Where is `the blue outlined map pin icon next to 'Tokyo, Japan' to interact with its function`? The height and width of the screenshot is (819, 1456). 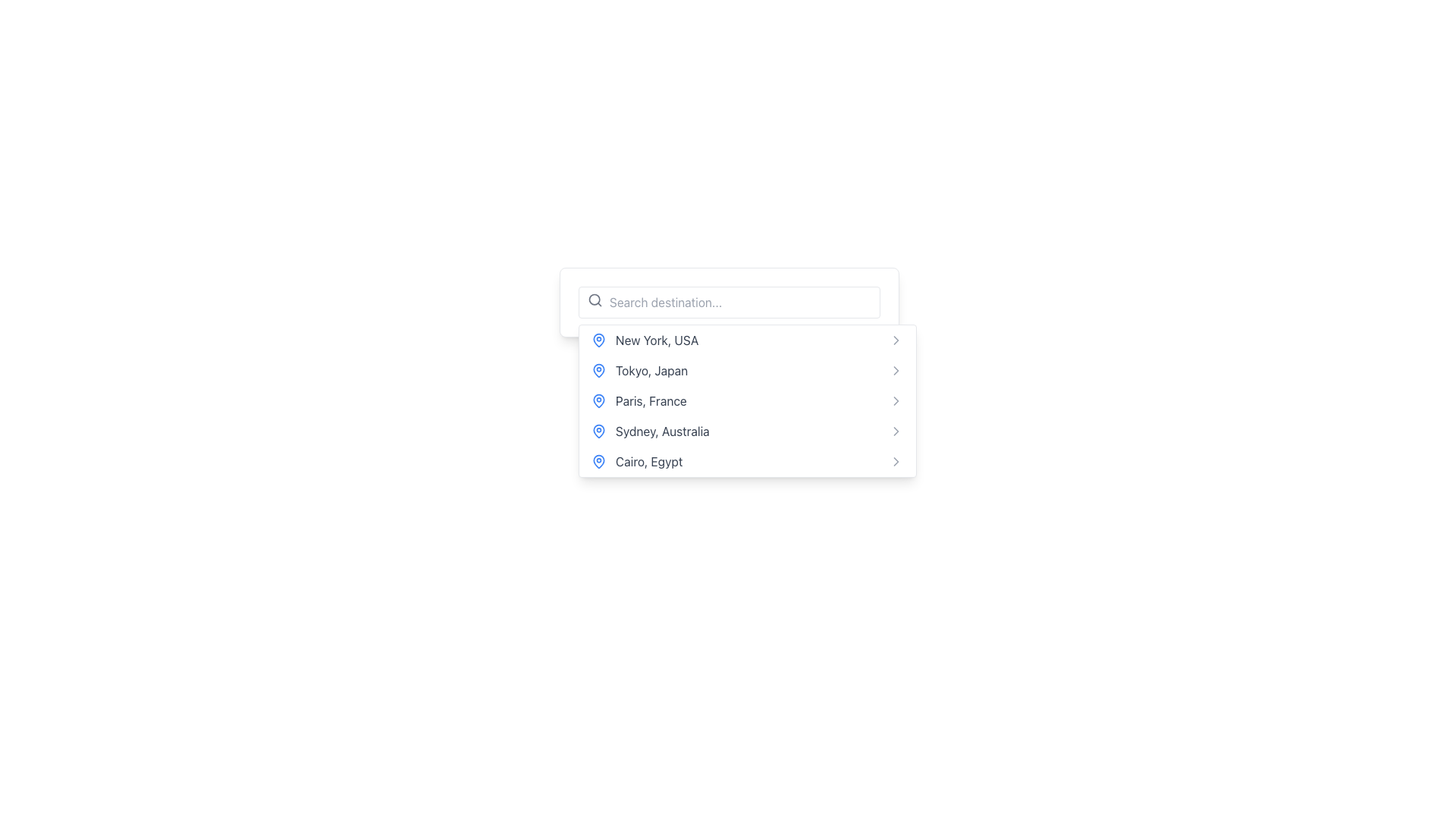
the blue outlined map pin icon next to 'Tokyo, Japan' to interact with its function is located at coordinates (598, 370).